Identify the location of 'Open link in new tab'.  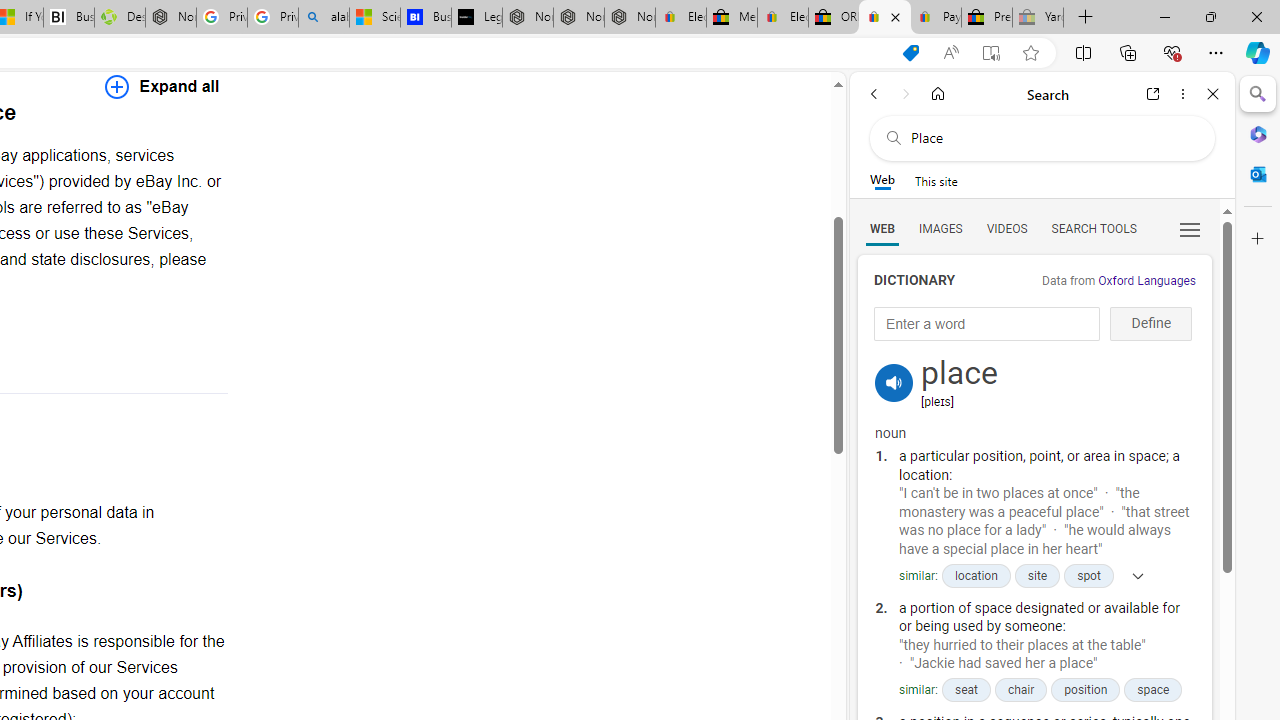
(1153, 93).